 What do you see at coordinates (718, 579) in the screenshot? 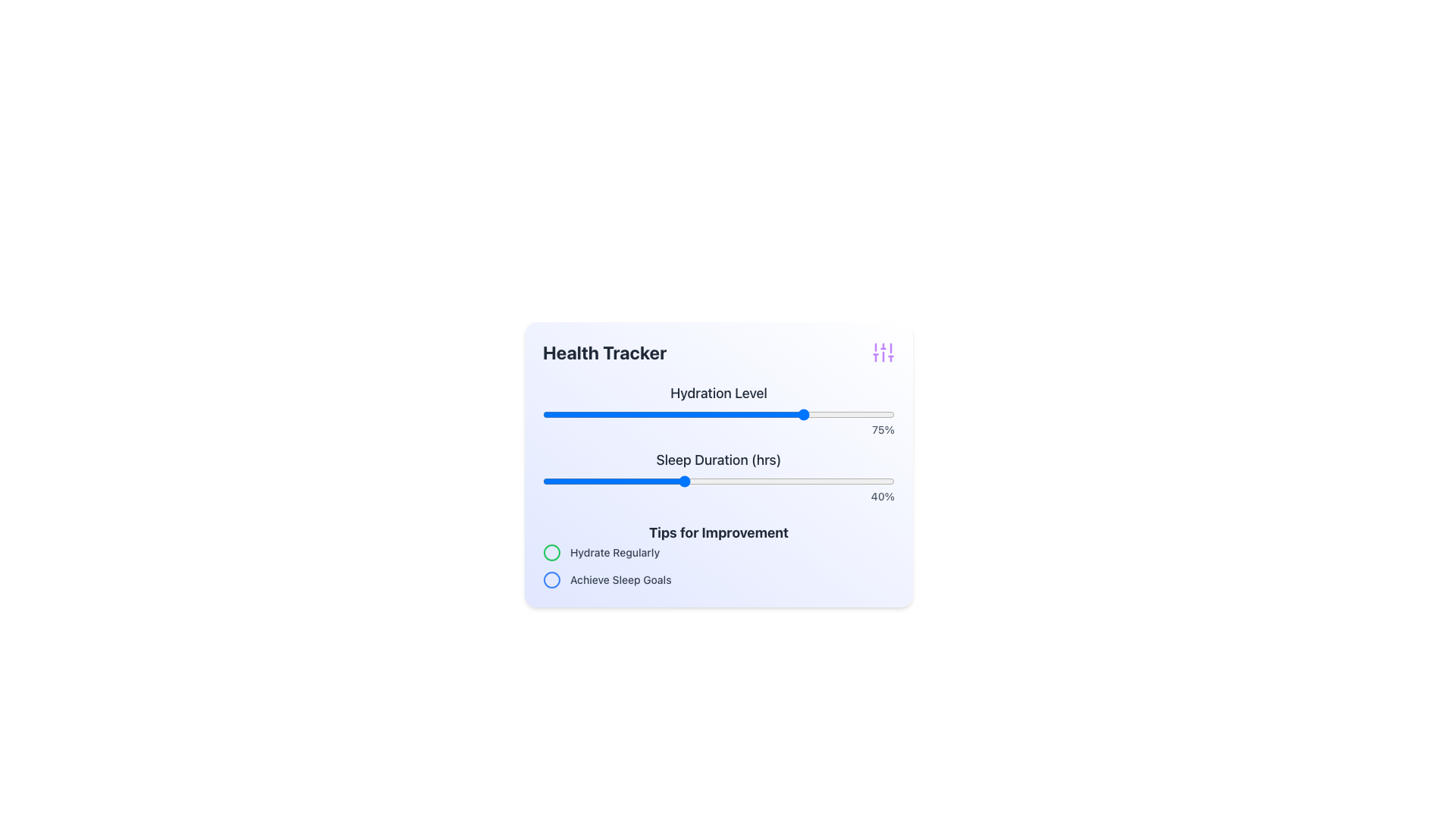
I see `the associated icon of the second list item in the 'Tips for Improvement' section, which provides actionable tips for better health` at bounding box center [718, 579].